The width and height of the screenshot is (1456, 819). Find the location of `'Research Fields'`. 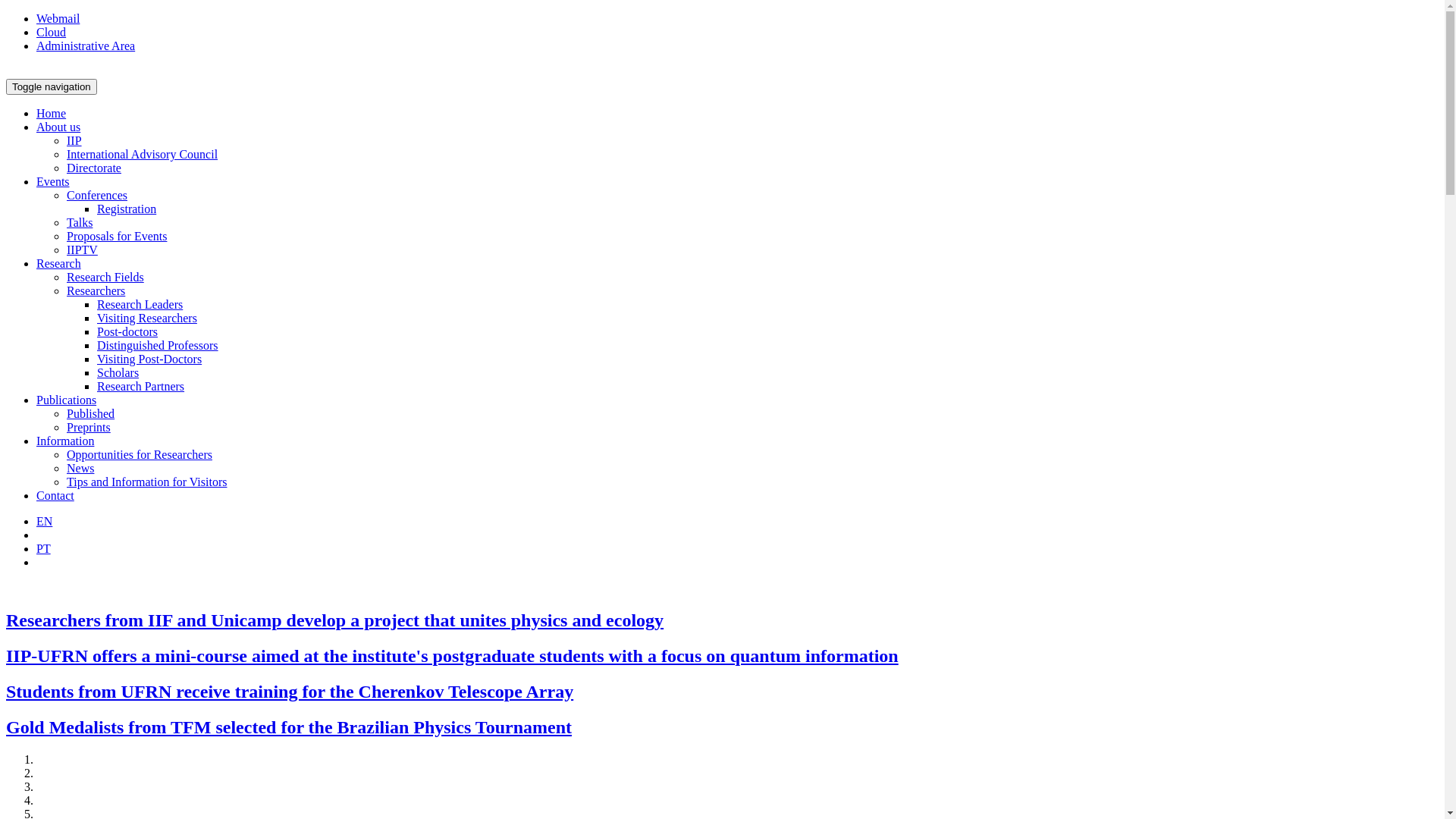

'Research Fields' is located at coordinates (105, 277).